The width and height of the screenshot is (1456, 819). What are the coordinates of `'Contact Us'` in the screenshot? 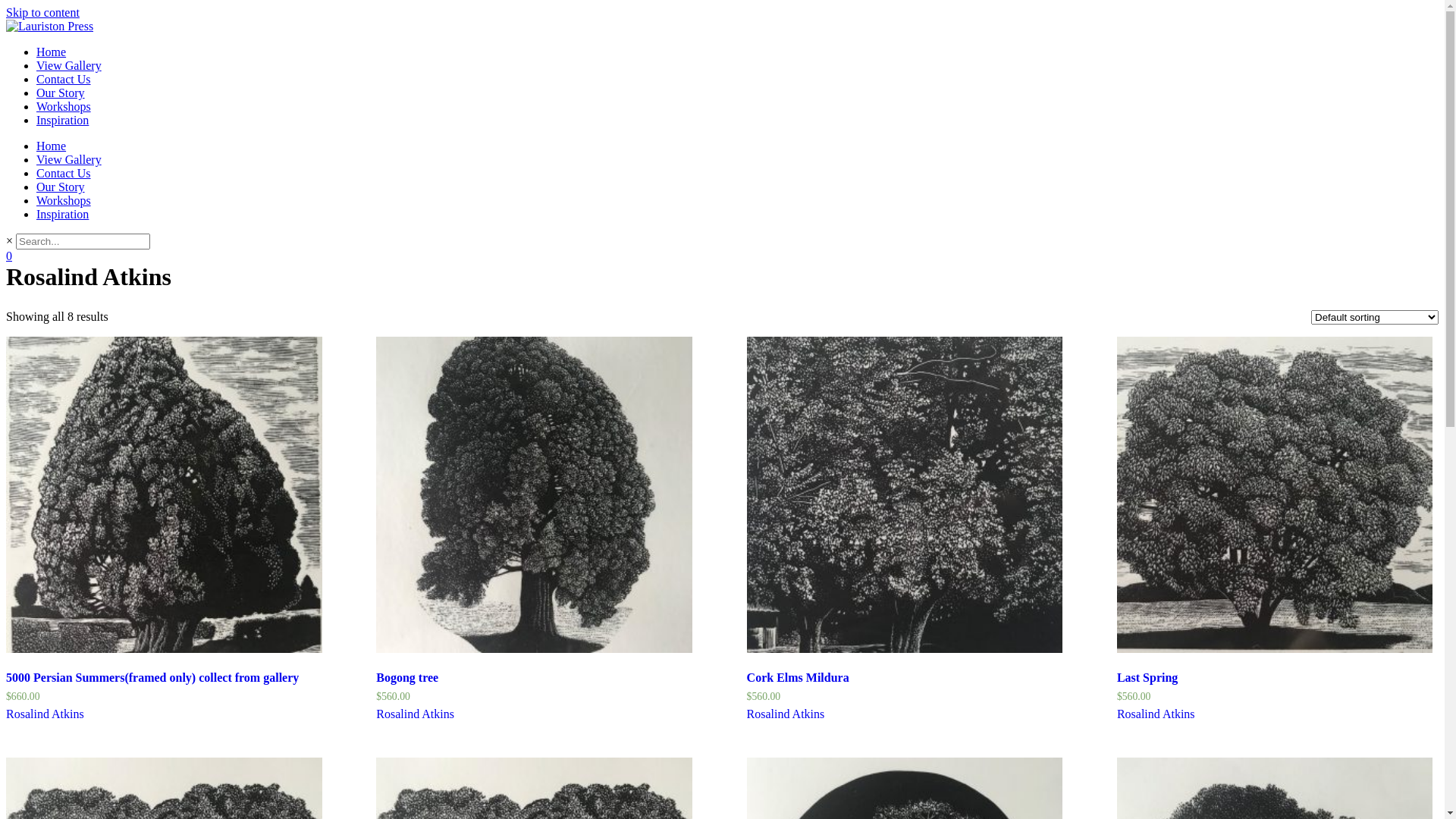 It's located at (62, 79).